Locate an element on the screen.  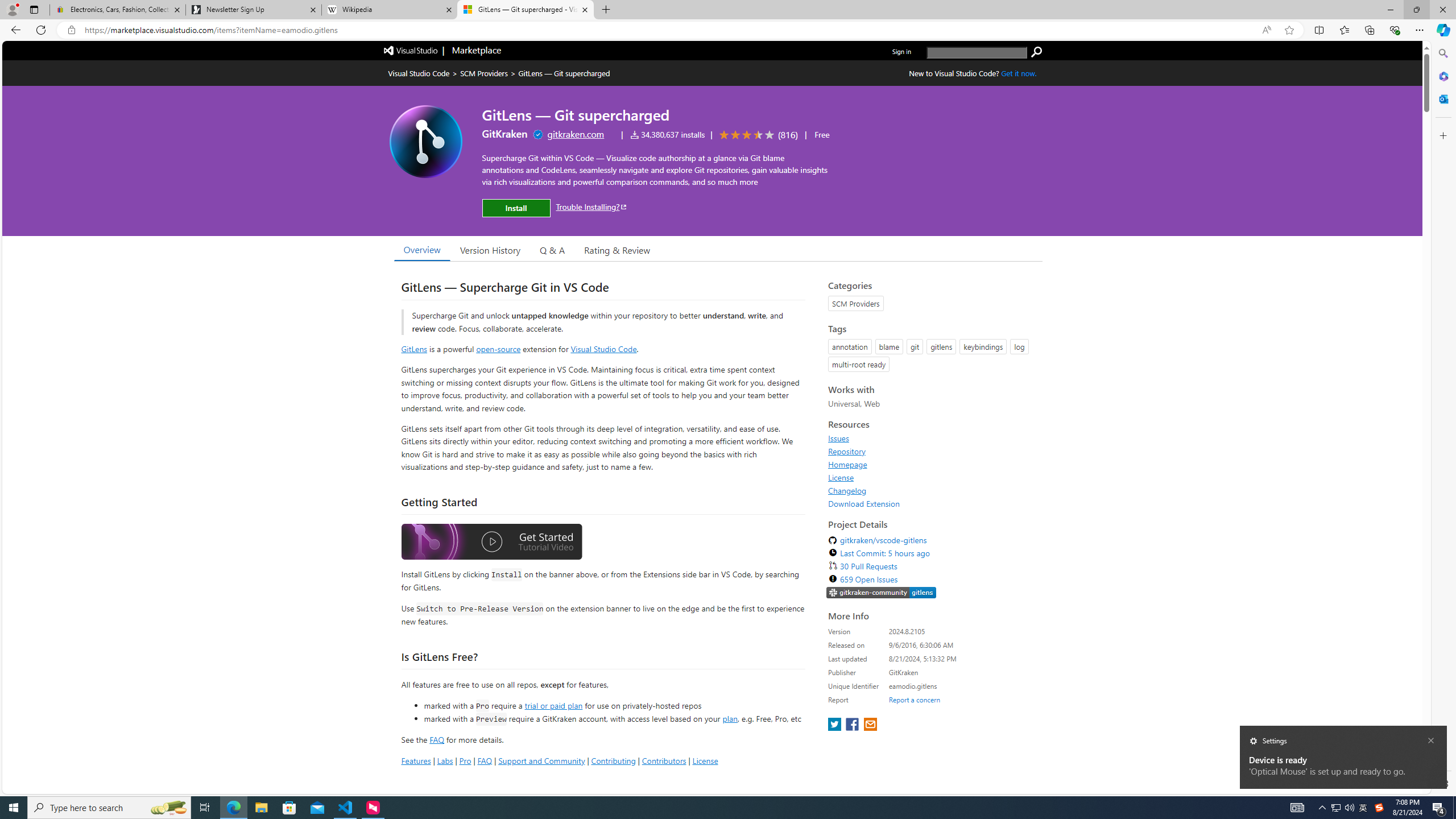
'Contributing' is located at coordinates (614, 760).